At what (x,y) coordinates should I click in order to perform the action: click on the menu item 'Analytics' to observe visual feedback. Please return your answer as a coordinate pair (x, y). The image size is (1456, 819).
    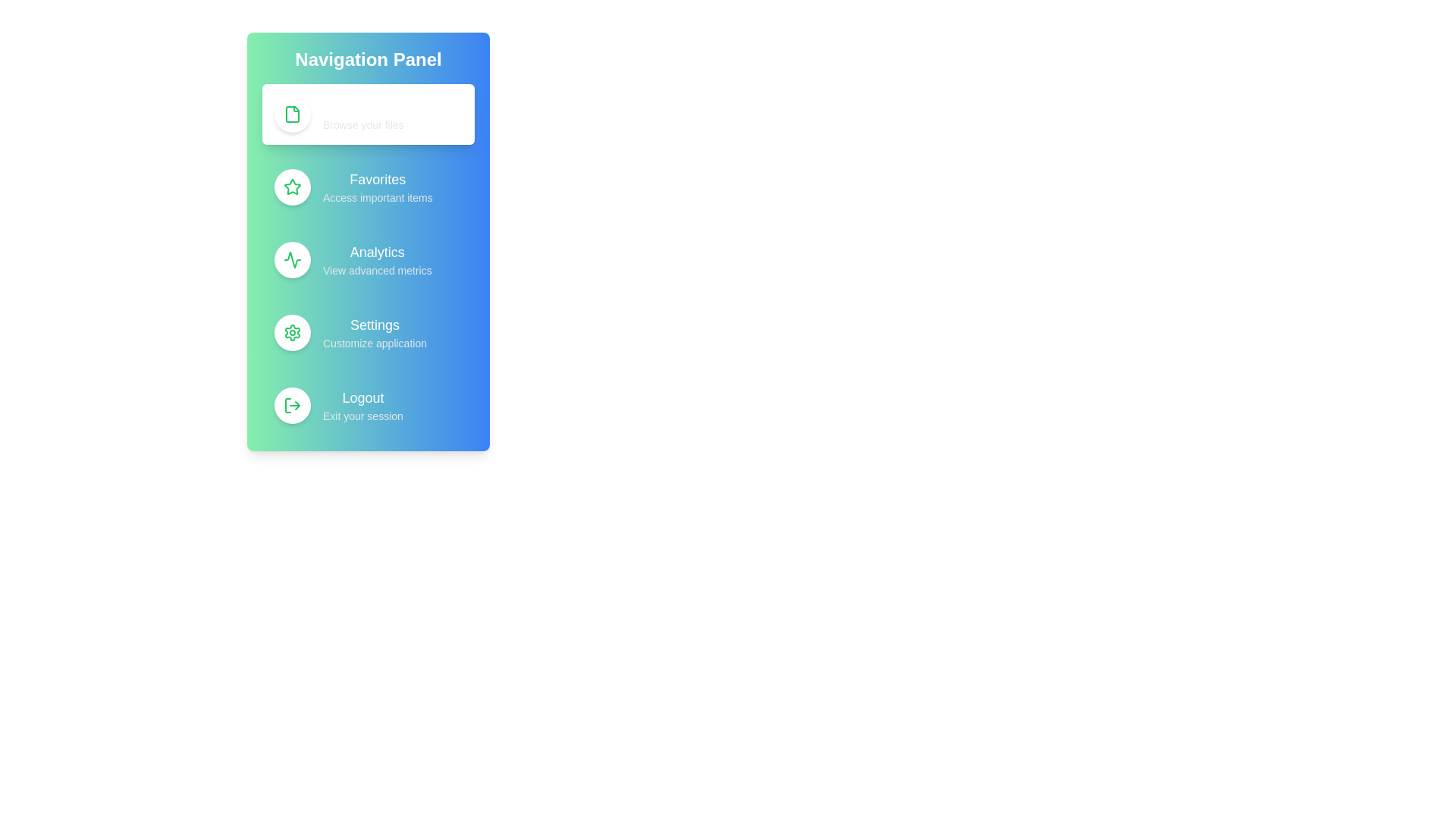
    Looking at the image, I should click on (368, 259).